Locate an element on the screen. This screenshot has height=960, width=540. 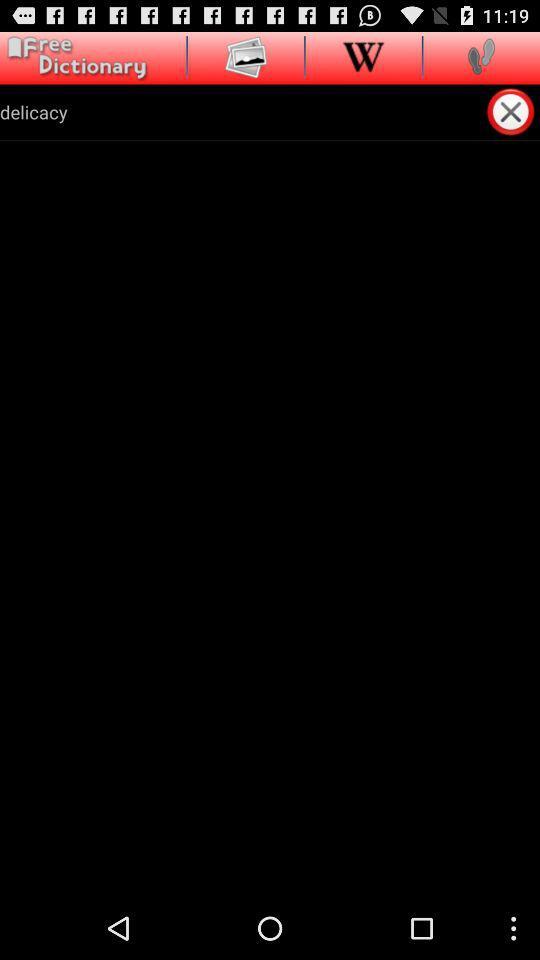
delicacy icon is located at coordinates (242, 111).